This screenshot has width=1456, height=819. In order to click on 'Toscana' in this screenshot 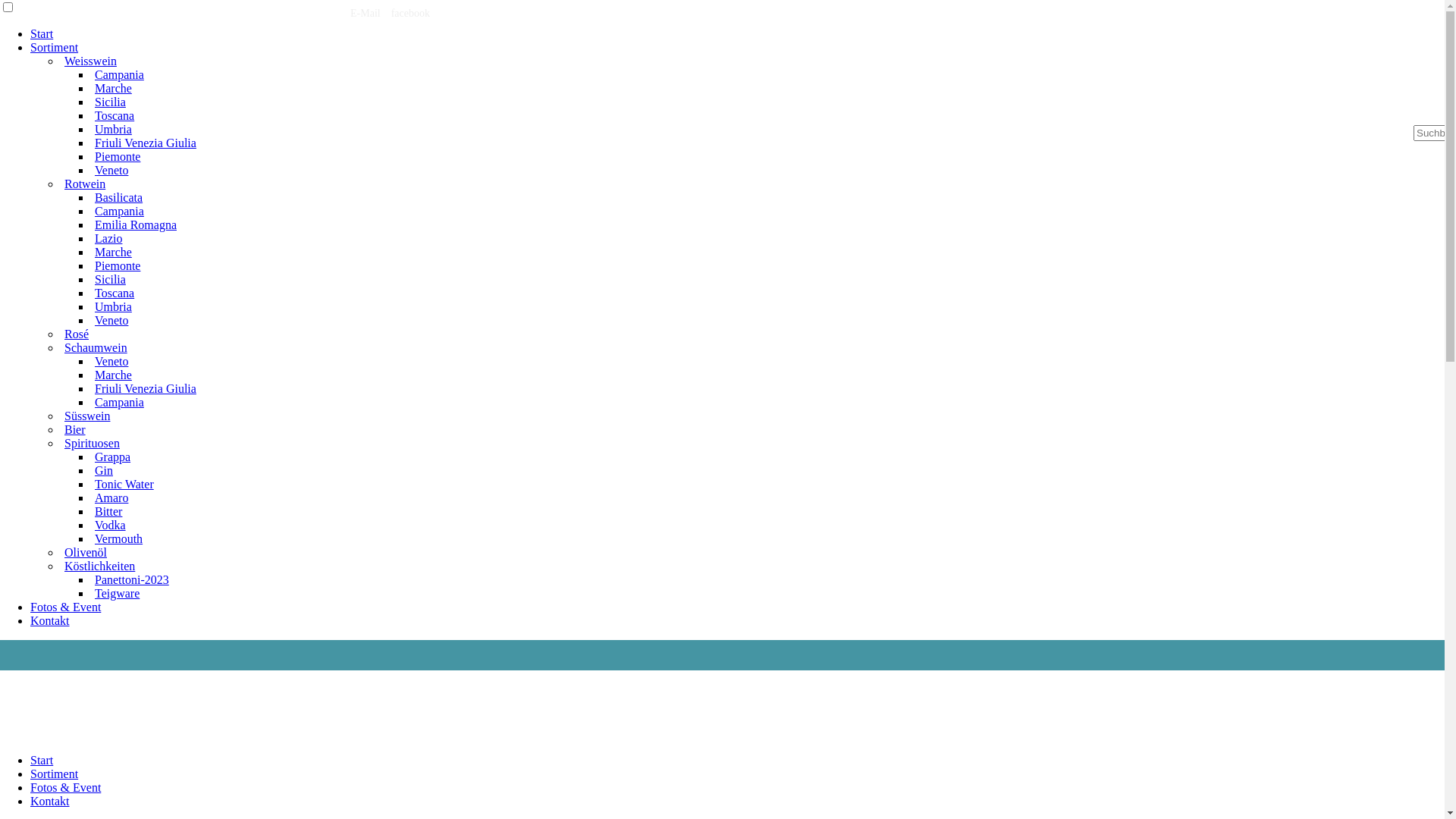, I will do `click(113, 115)`.